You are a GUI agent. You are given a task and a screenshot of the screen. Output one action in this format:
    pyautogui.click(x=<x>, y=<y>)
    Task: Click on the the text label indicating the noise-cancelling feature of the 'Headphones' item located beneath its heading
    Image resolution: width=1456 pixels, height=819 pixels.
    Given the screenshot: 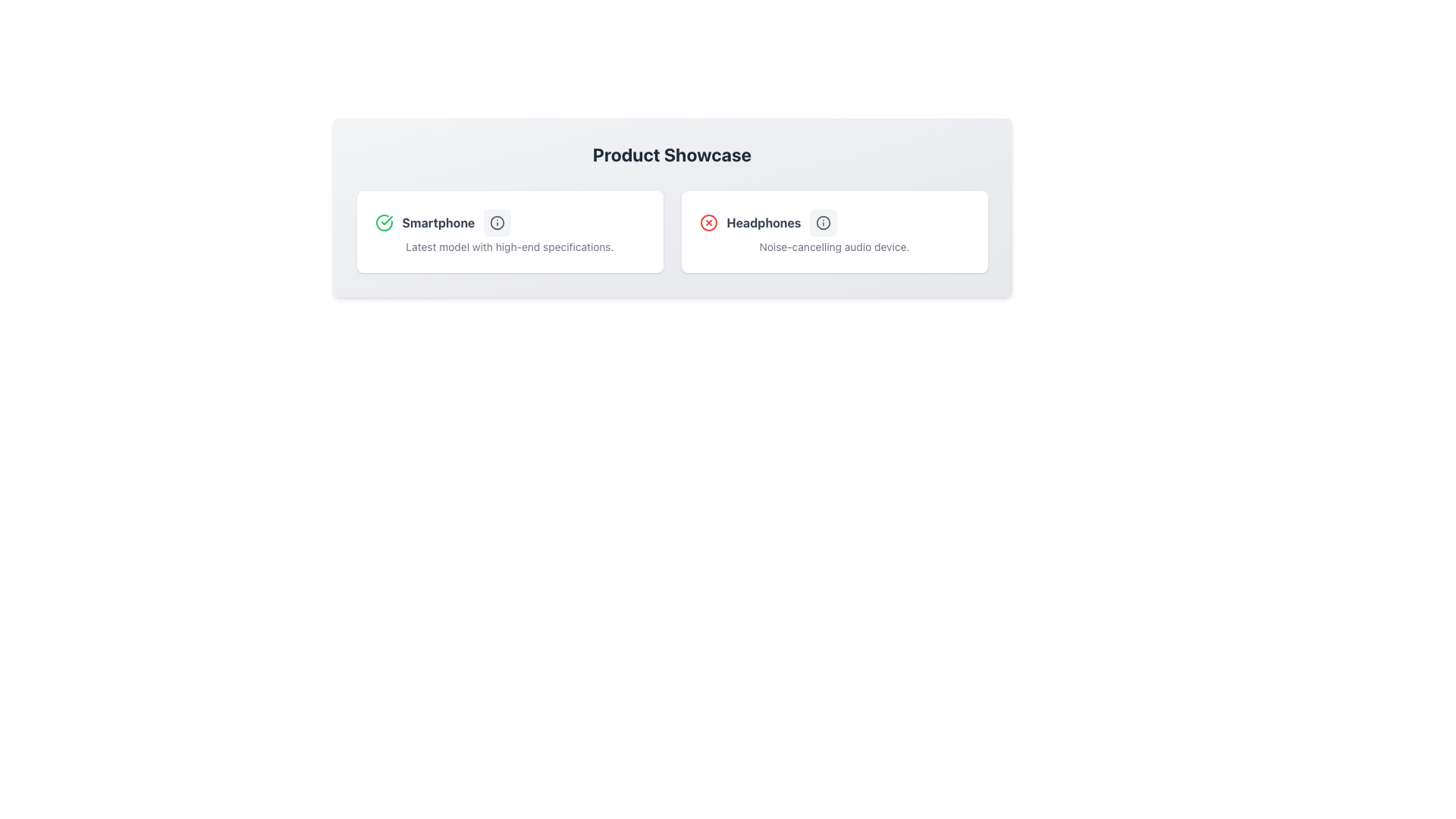 What is the action you would take?
    pyautogui.click(x=833, y=246)
    